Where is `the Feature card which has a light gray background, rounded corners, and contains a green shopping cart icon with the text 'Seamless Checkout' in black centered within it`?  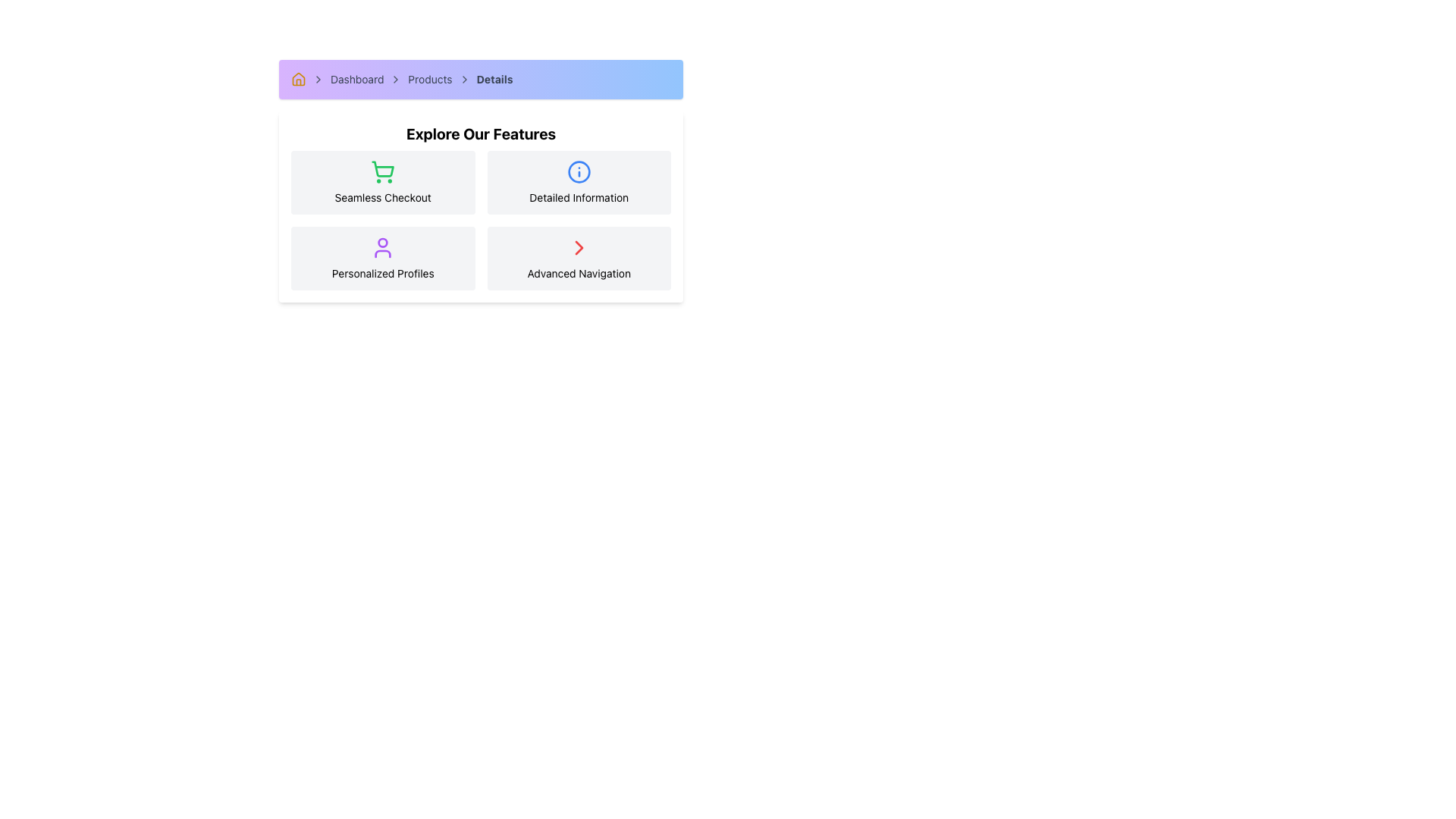
the Feature card which has a light gray background, rounded corners, and contains a green shopping cart icon with the text 'Seamless Checkout' in black centered within it is located at coordinates (383, 181).